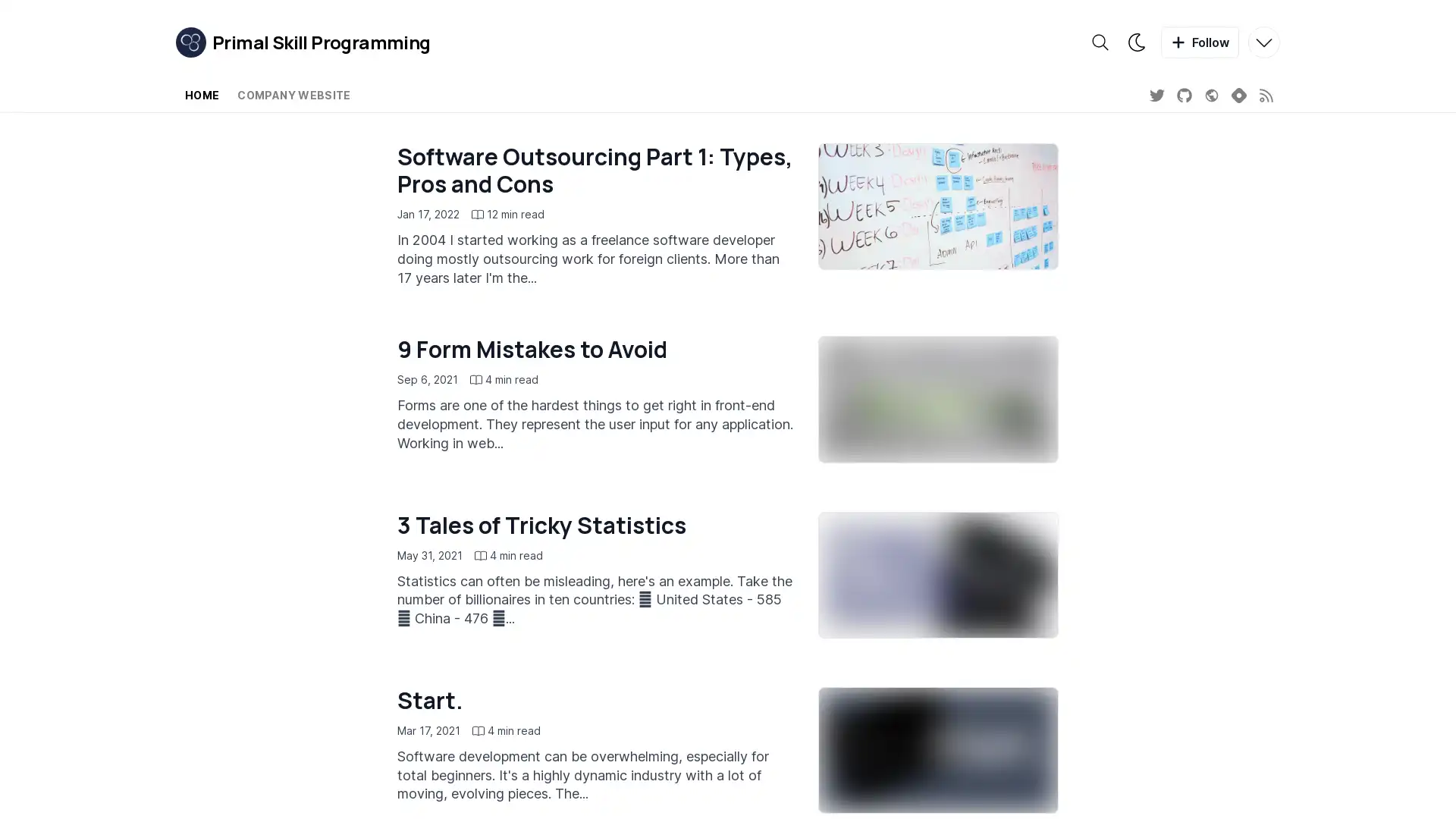 The image size is (1456, 819). What do you see at coordinates (1100, 42) in the screenshot?
I see `Search the blog` at bounding box center [1100, 42].